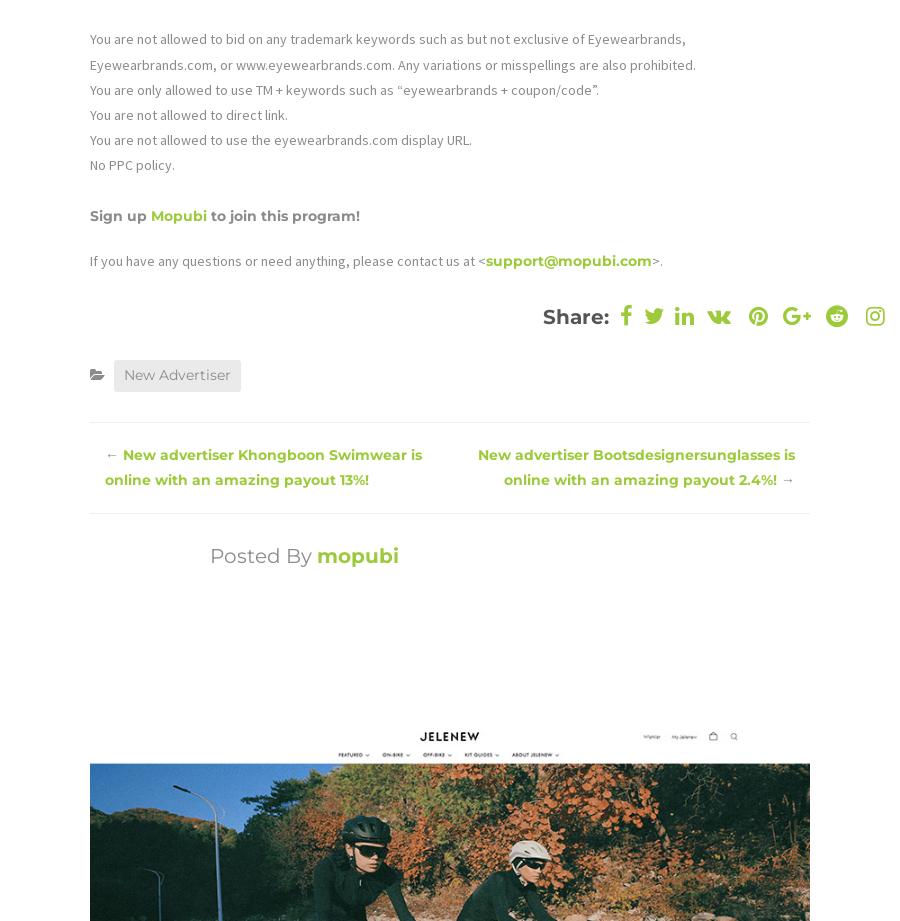  Describe the element at coordinates (568, 258) in the screenshot. I see `'support@mopubi.com'` at that location.